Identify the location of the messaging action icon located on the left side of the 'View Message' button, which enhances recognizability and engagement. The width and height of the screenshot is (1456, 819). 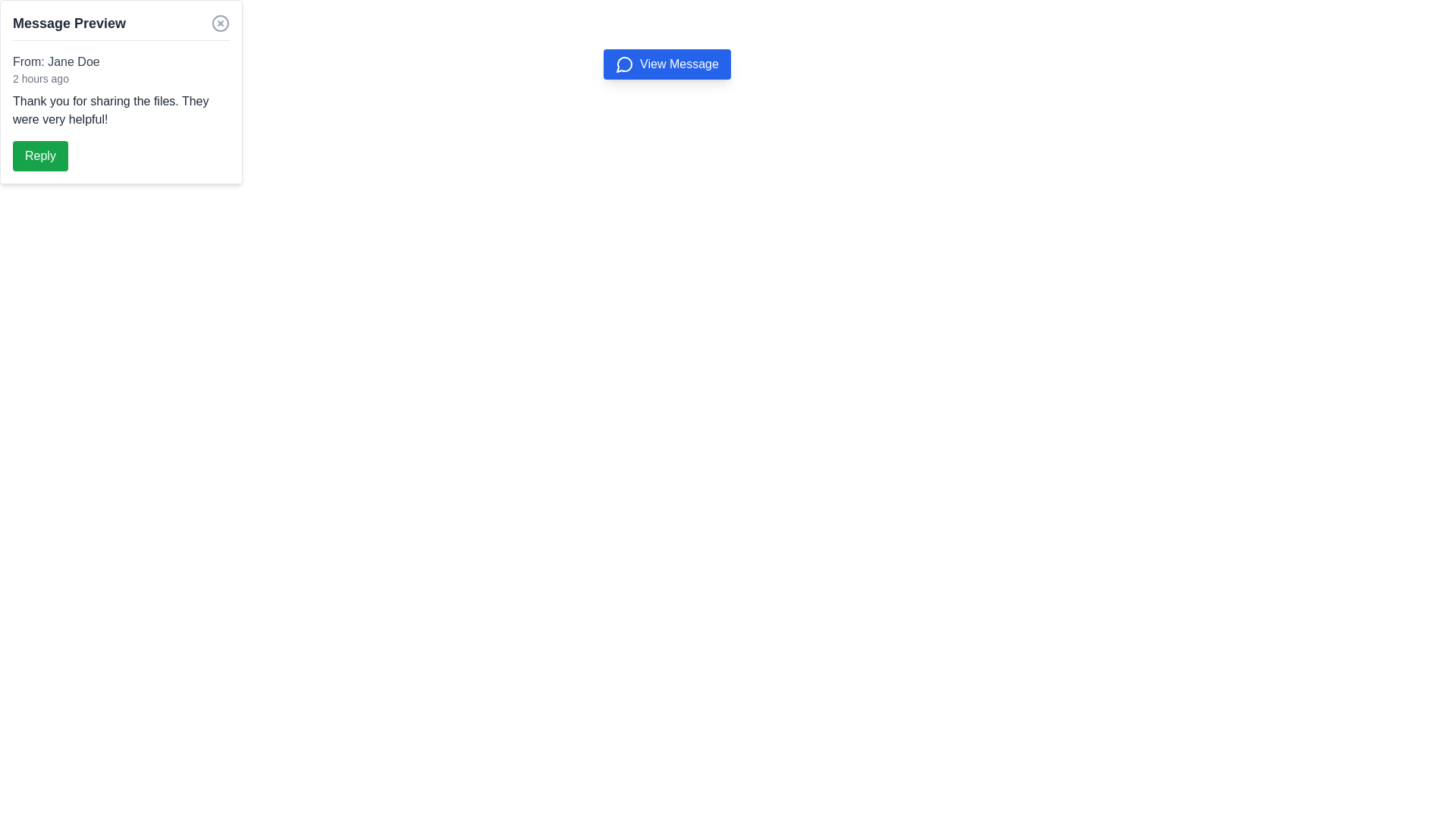
(625, 63).